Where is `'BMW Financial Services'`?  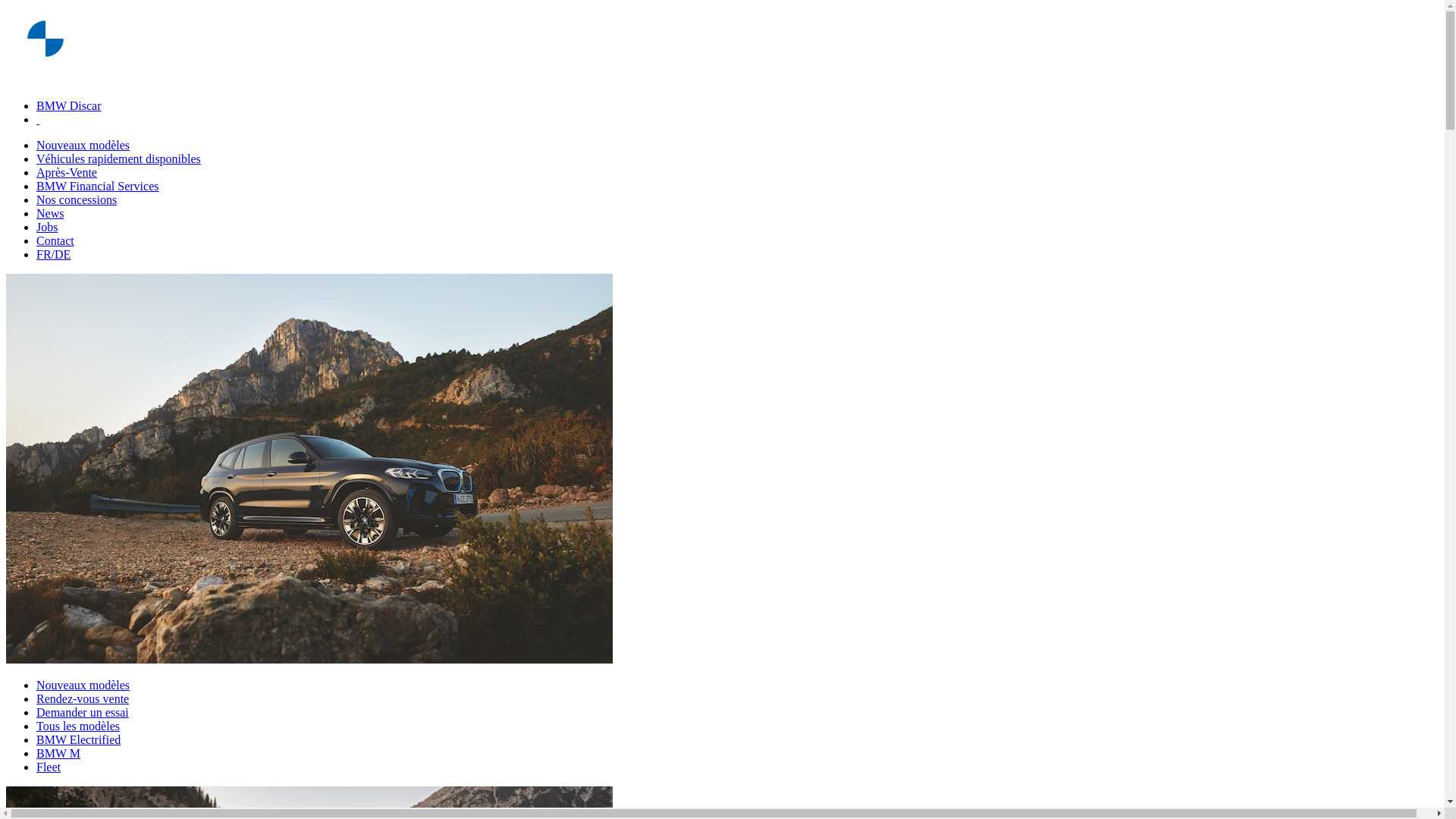
'BMW Financial Services' is located at coordinates (96, 185).